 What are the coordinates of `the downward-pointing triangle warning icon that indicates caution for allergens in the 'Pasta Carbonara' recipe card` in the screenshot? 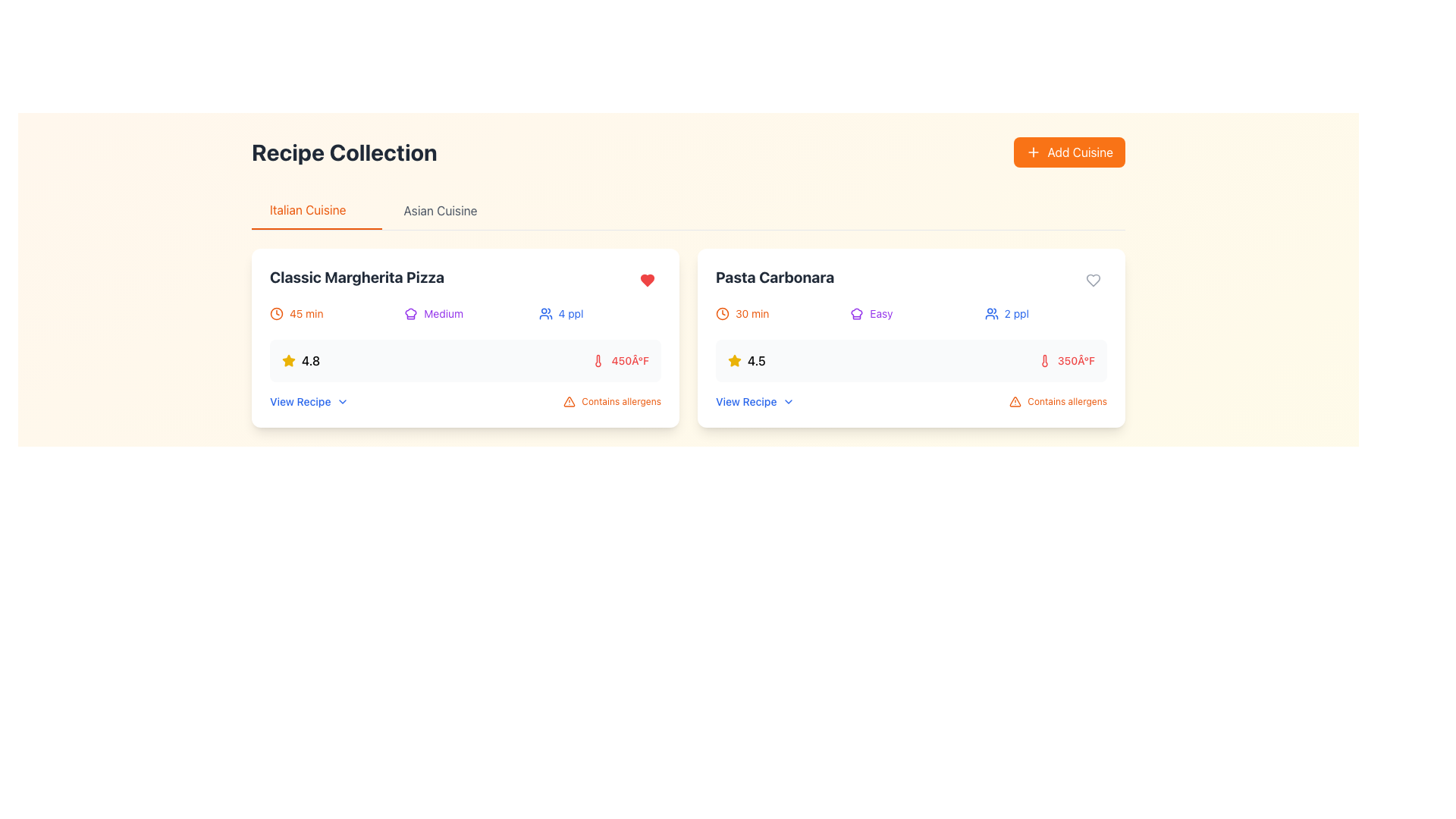 It's located at (1015, 400).